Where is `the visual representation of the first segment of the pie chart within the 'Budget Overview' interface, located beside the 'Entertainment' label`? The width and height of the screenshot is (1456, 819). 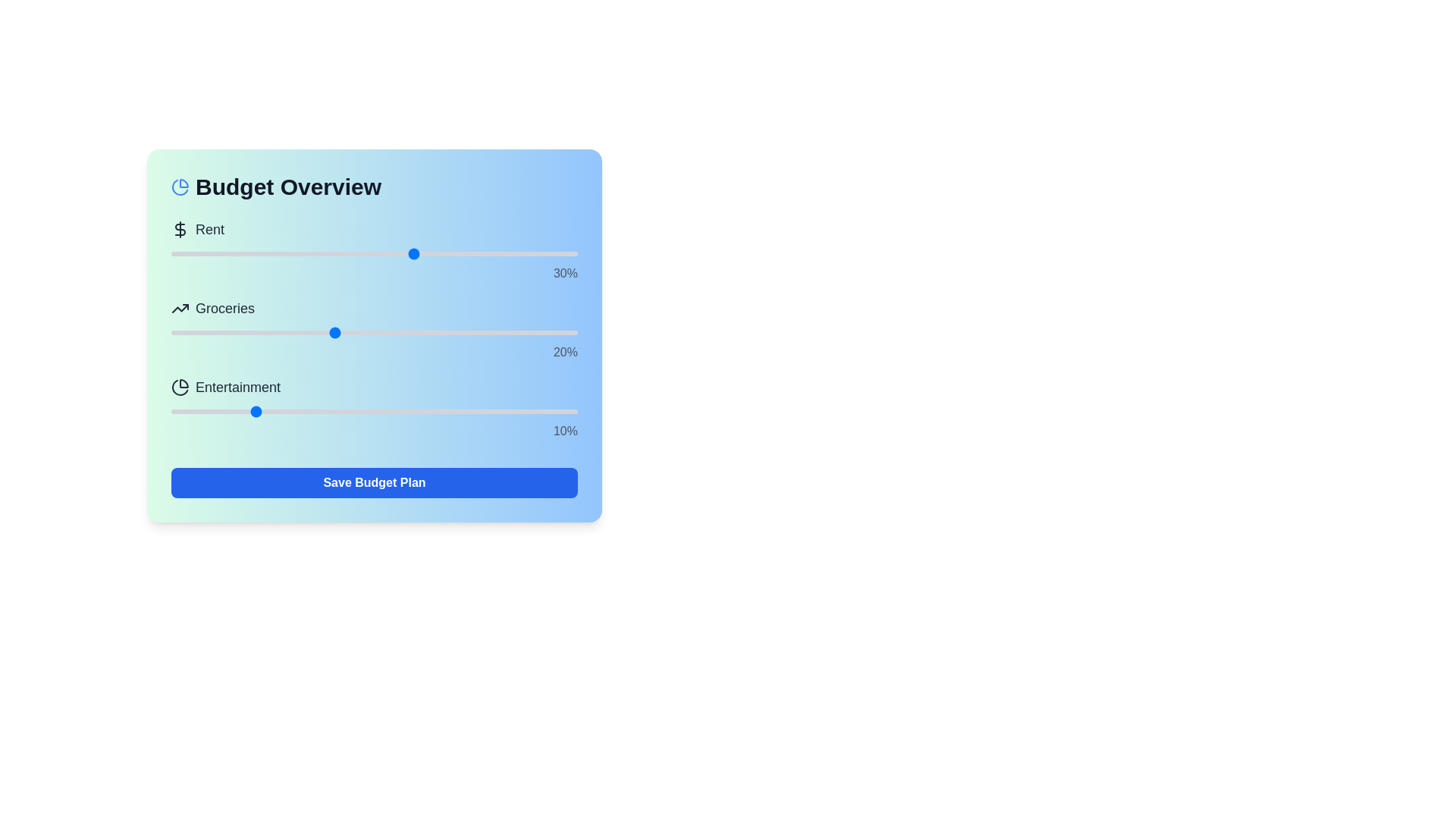 the visual representation of the first segment of the pie chart within the 'Budget Overview' interface, located beside the 'Entertainment' label is located at coordinates (184, 382).